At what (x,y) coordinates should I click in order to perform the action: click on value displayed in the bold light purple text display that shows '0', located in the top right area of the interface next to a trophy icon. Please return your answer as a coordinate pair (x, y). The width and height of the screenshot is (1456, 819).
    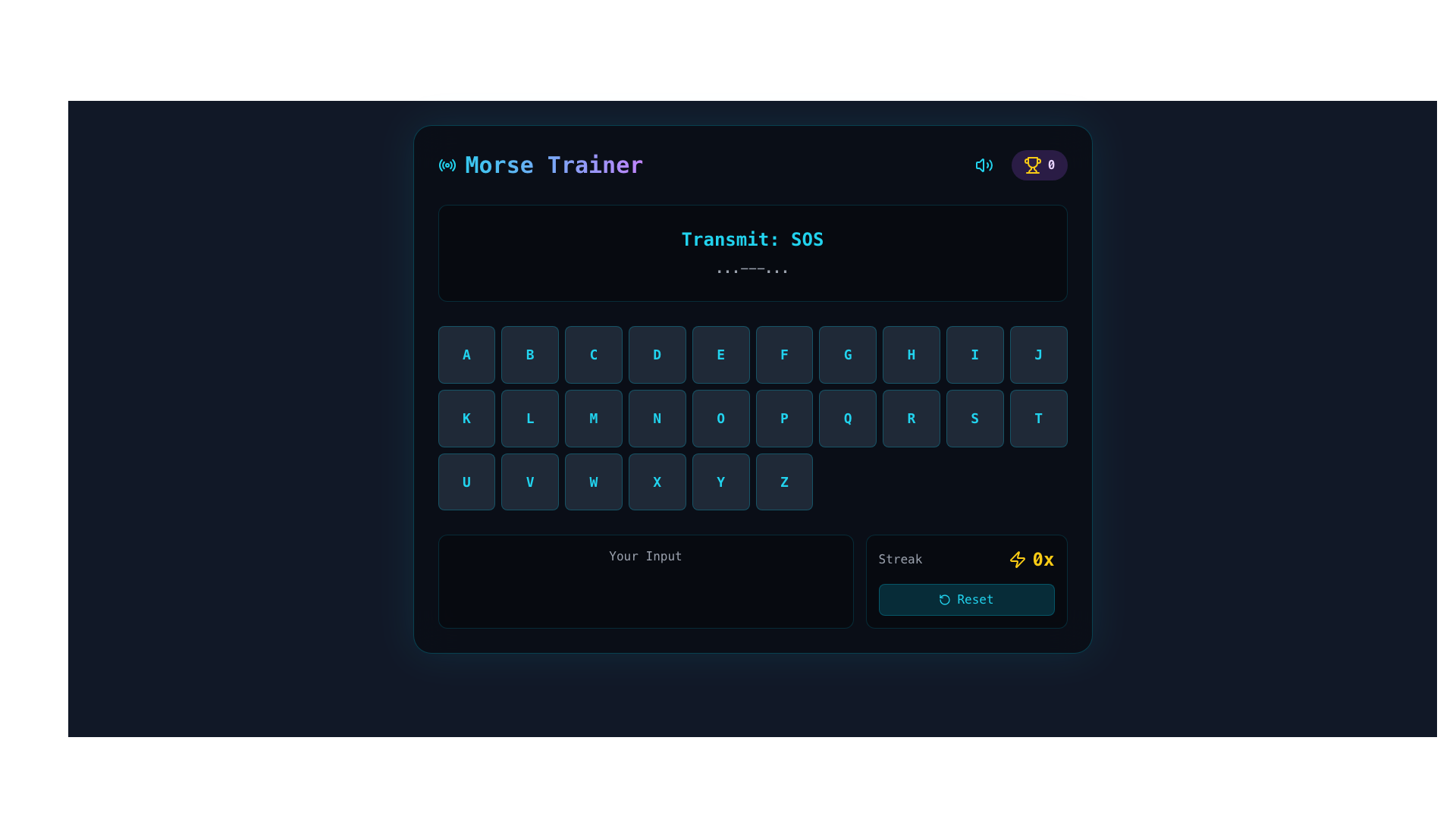
    Looking at the image, I should click on (1050, 165).